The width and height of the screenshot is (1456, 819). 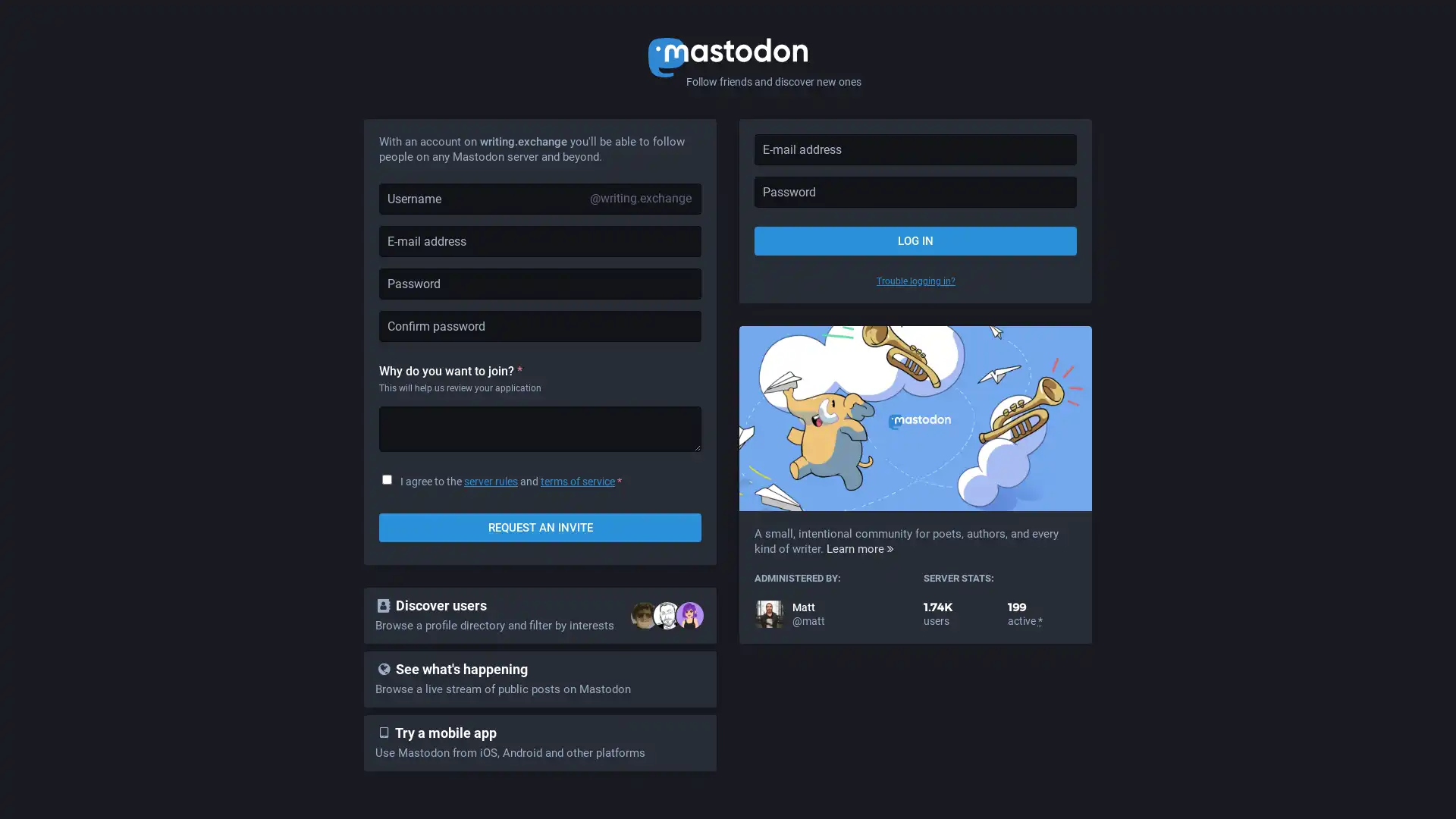 I want to click on REQUEST AN INVITE, so click(x=540, y=526).